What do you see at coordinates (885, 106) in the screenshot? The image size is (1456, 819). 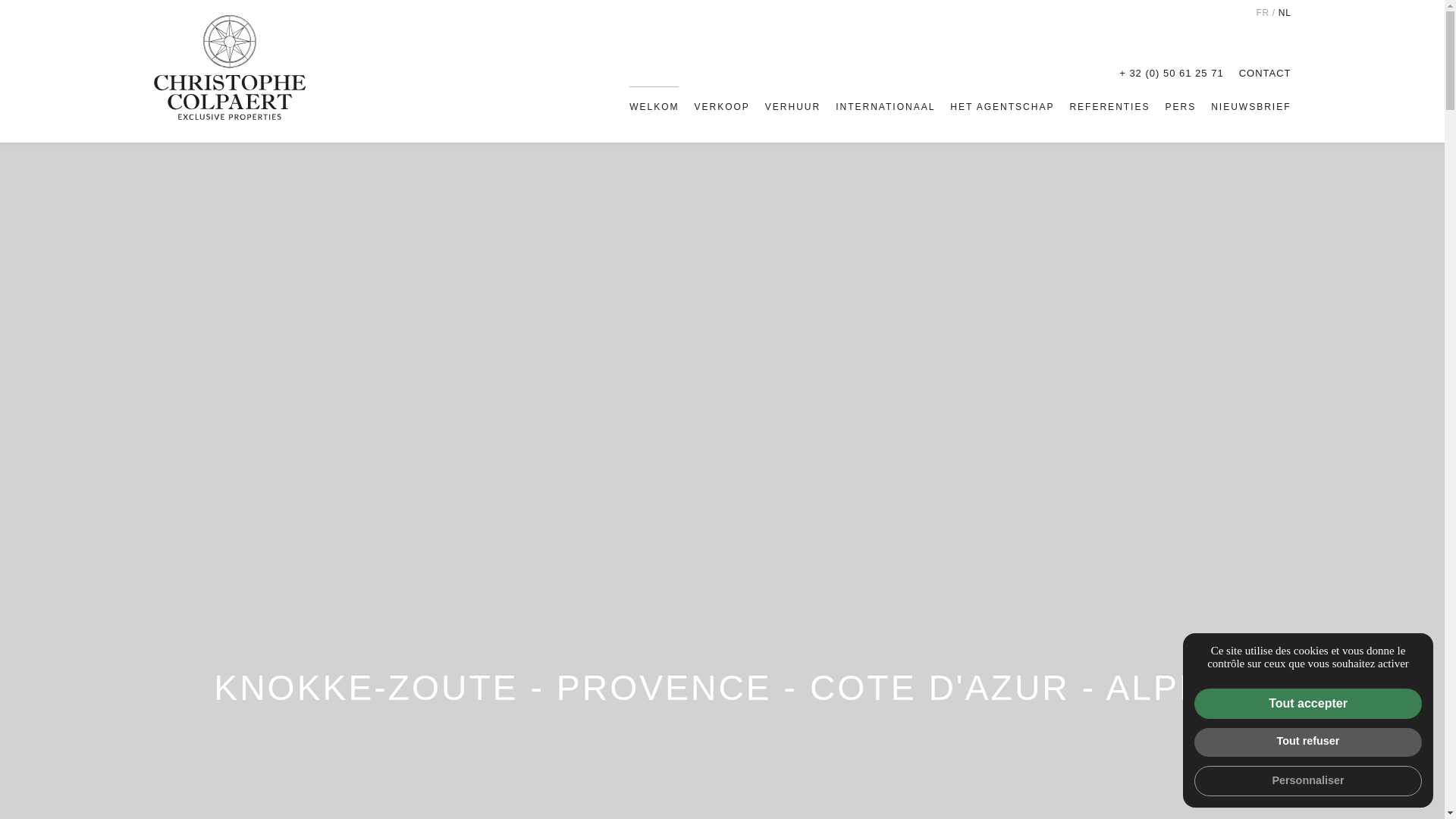 I see `'INTERNATIONAAL'` at bounding box center [885, 106].